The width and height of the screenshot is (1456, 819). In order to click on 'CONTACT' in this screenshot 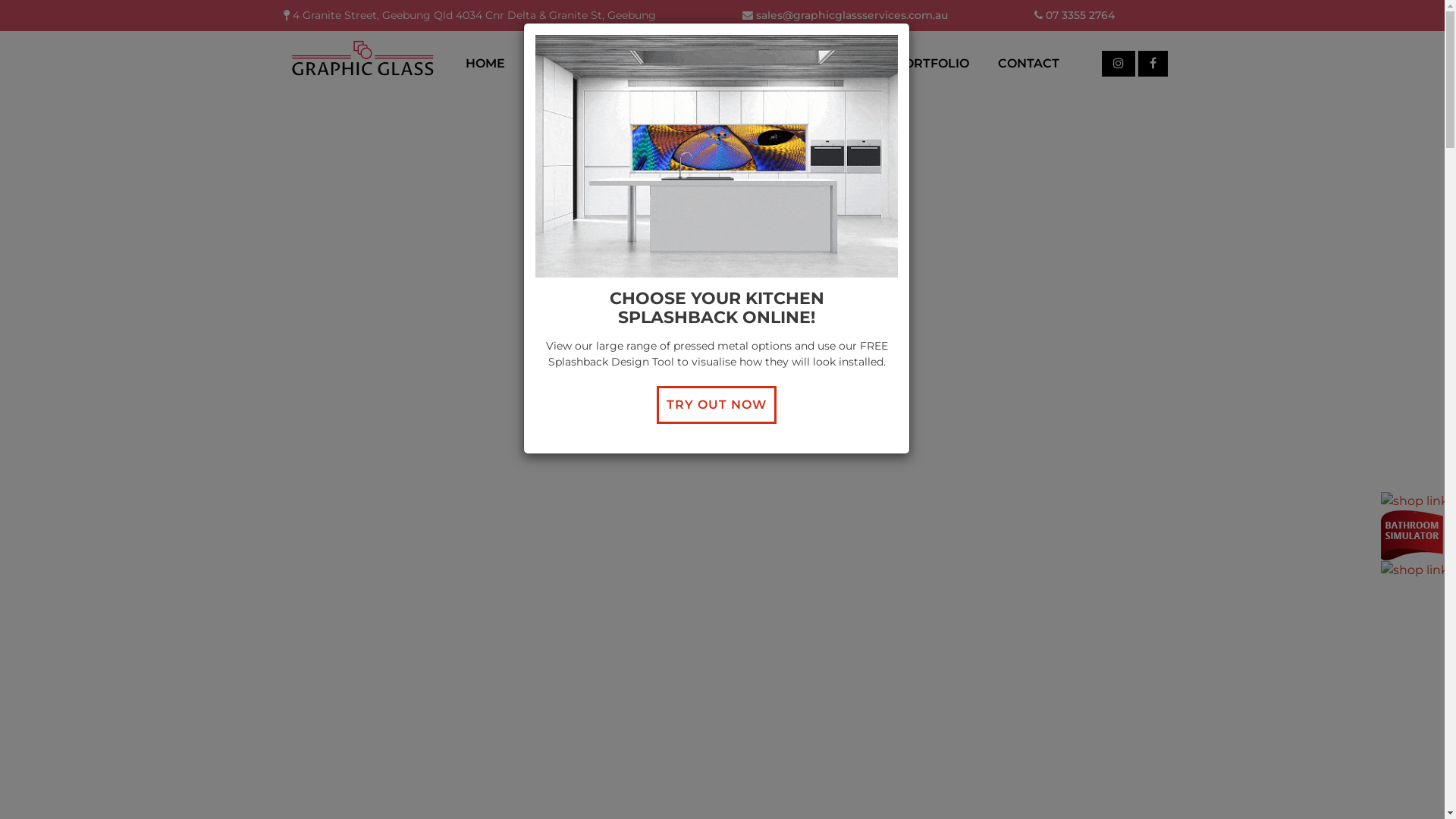, I will do `click(1028, 62)`.